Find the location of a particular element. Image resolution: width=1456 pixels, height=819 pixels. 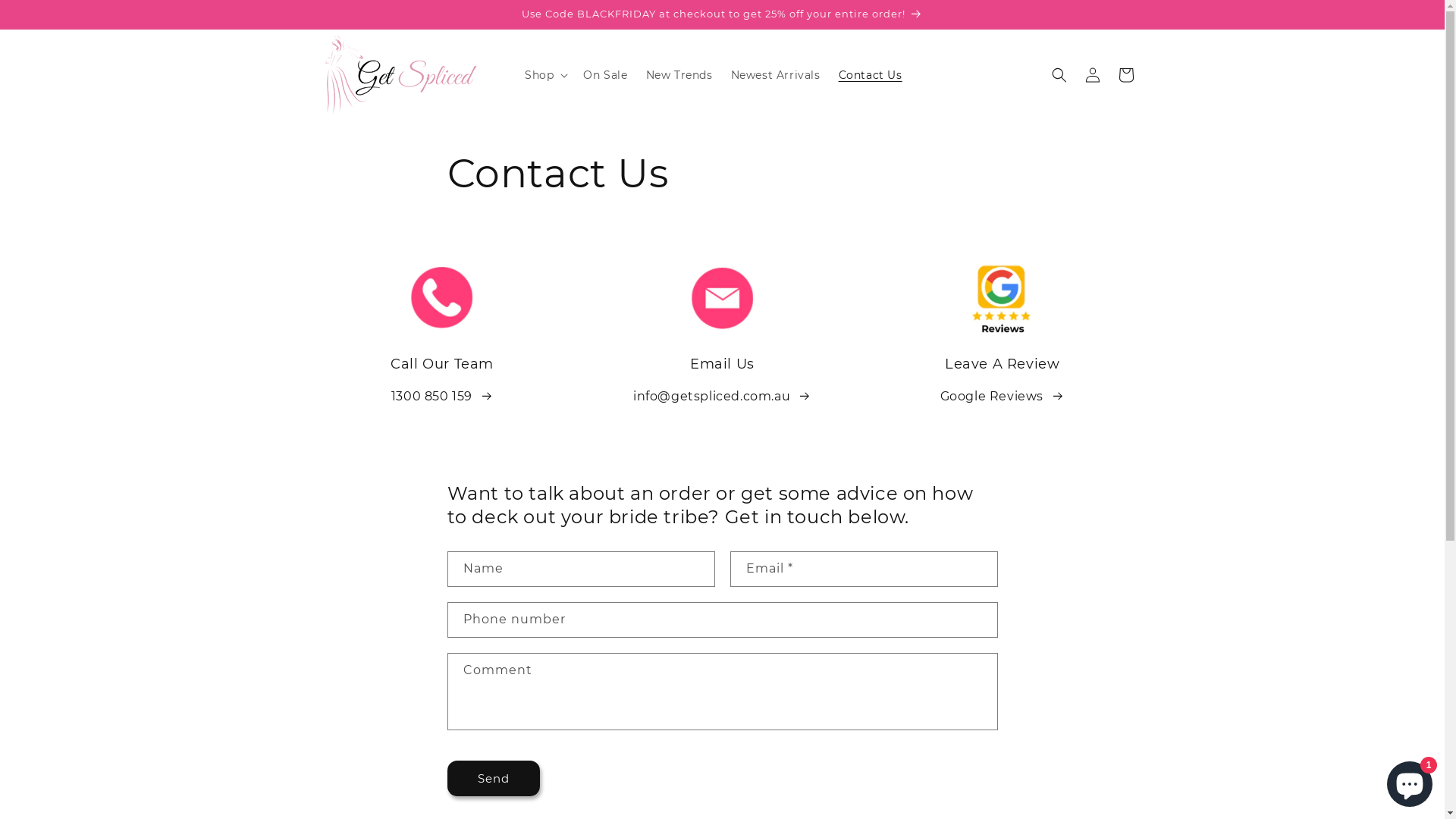

'Send' is located at coordinates (494, 778).